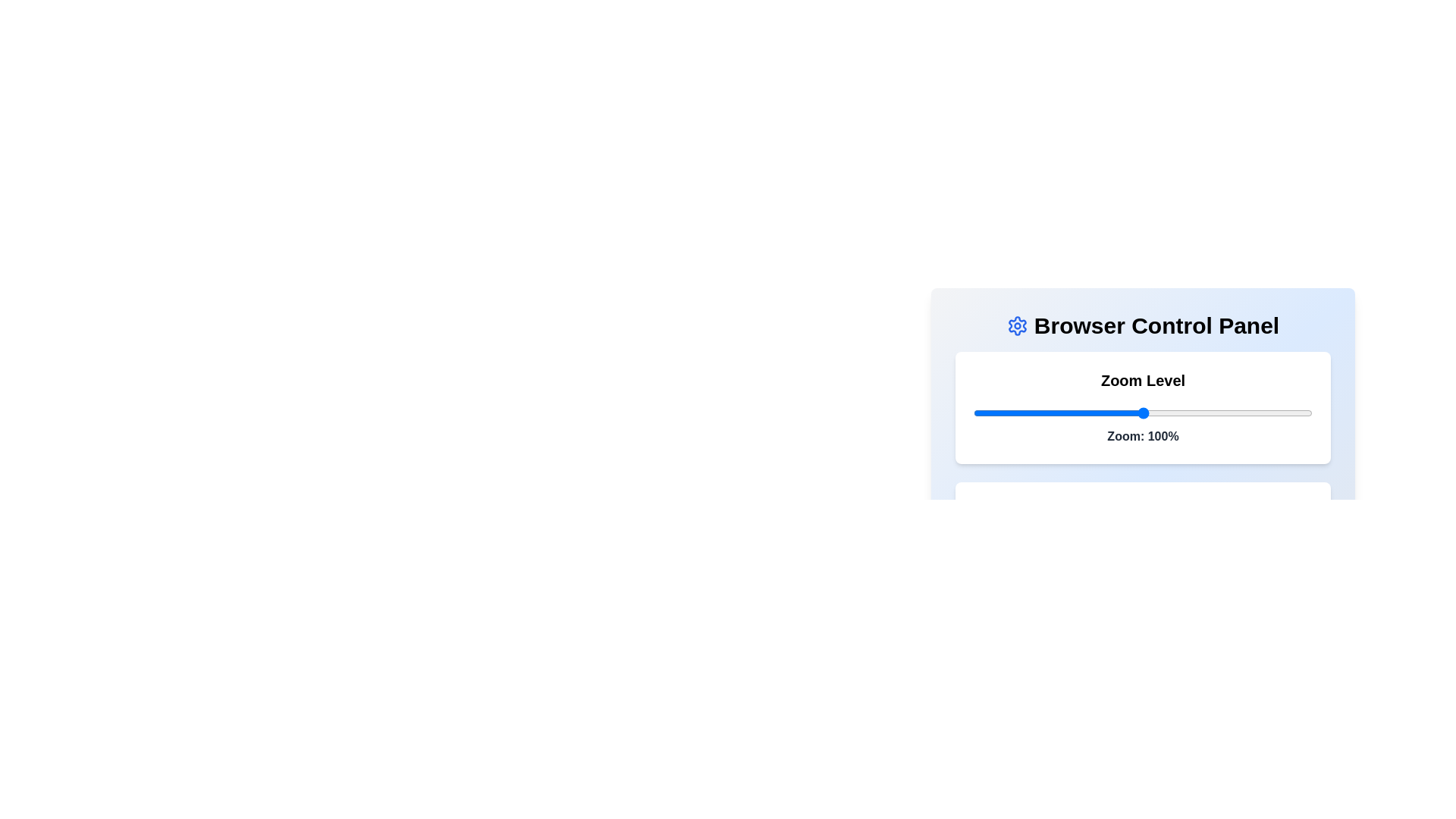 This screenshot has height=819, width=1456. I want to click on the zoom level to 87% using the slider, so click(1099, 413).